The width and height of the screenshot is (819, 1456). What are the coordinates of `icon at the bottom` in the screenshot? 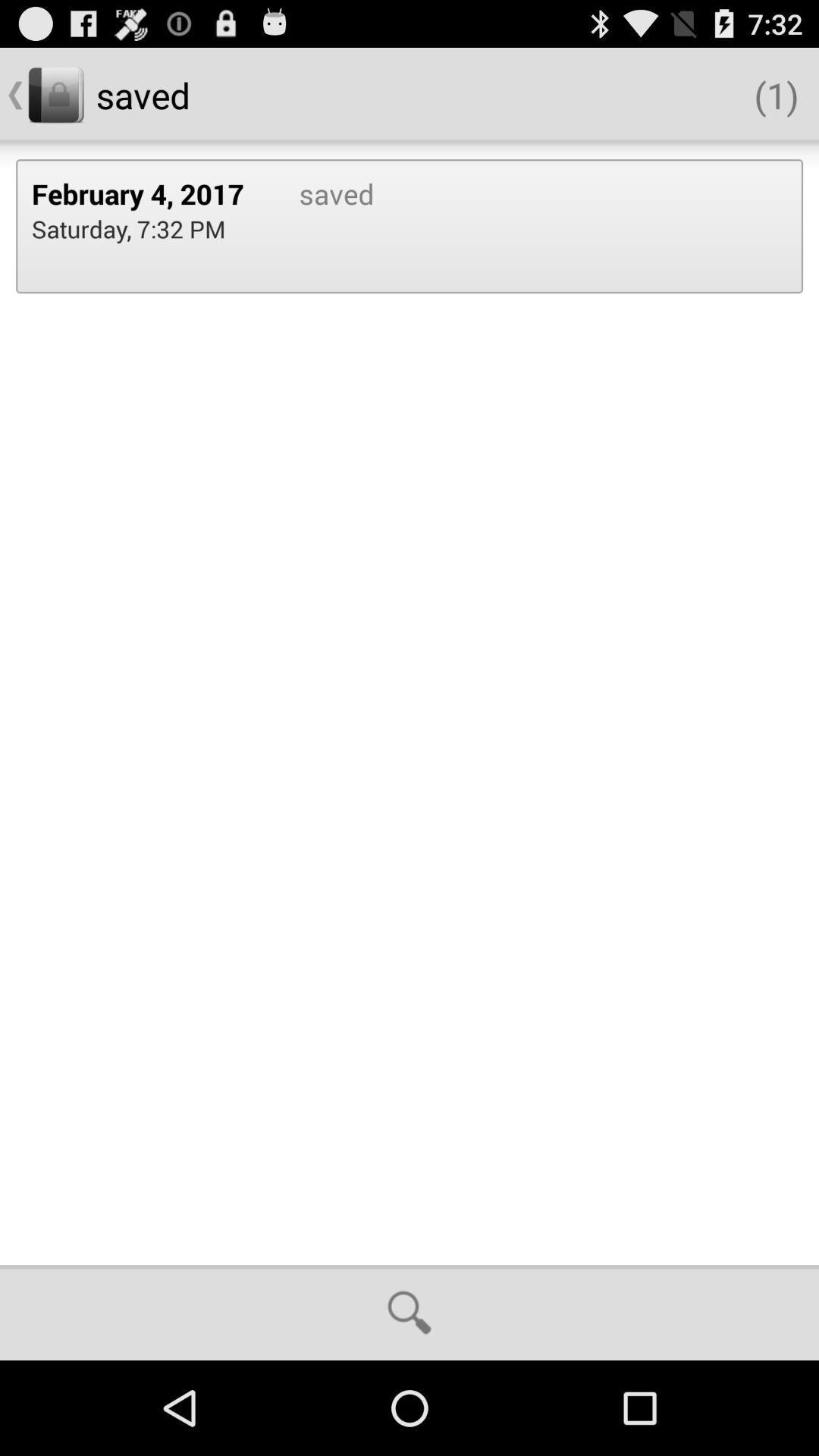 It's located at (409, 1312).